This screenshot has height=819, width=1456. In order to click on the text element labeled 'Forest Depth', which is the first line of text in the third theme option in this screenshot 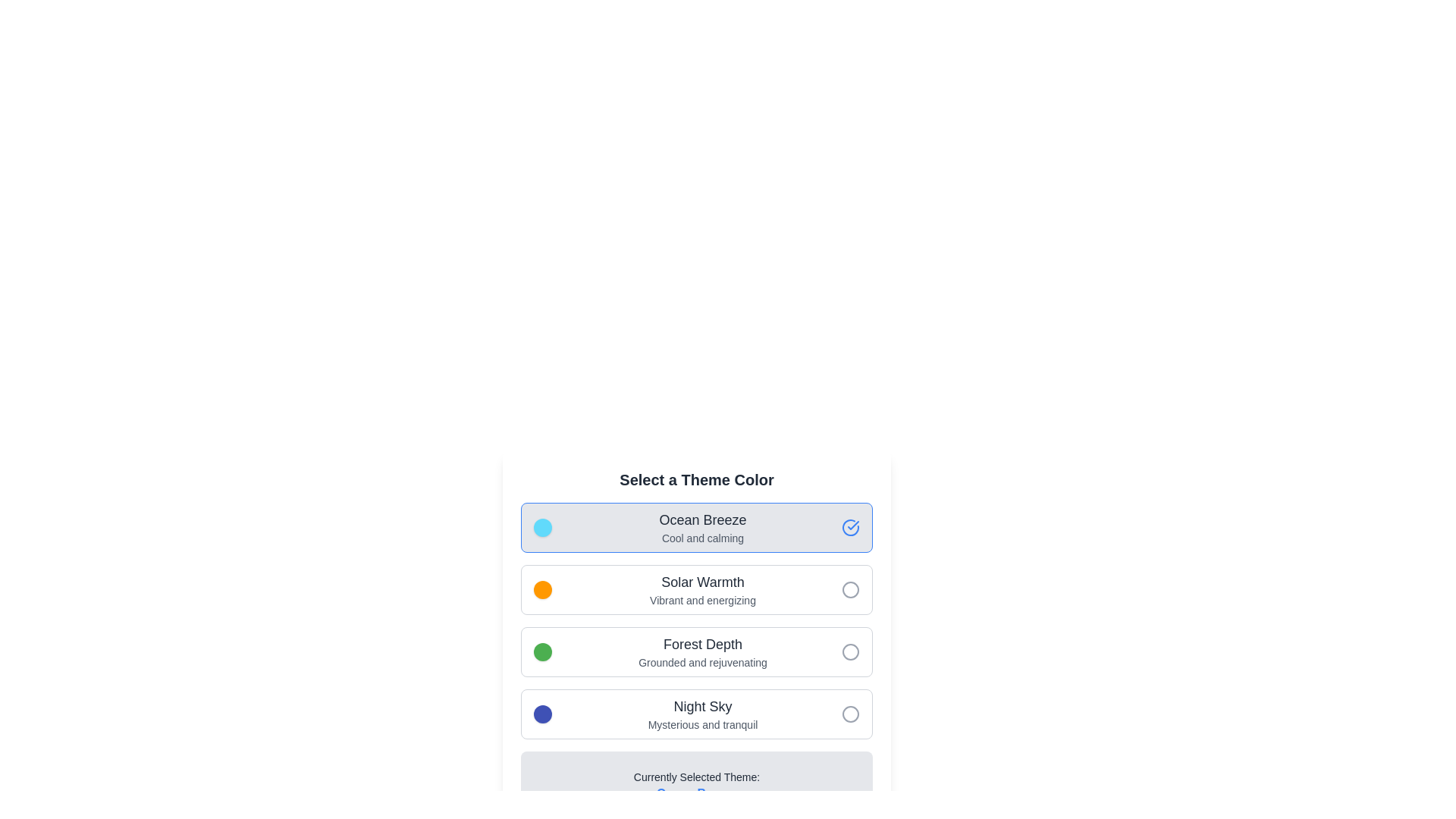, I will do `click(701, 644)`.